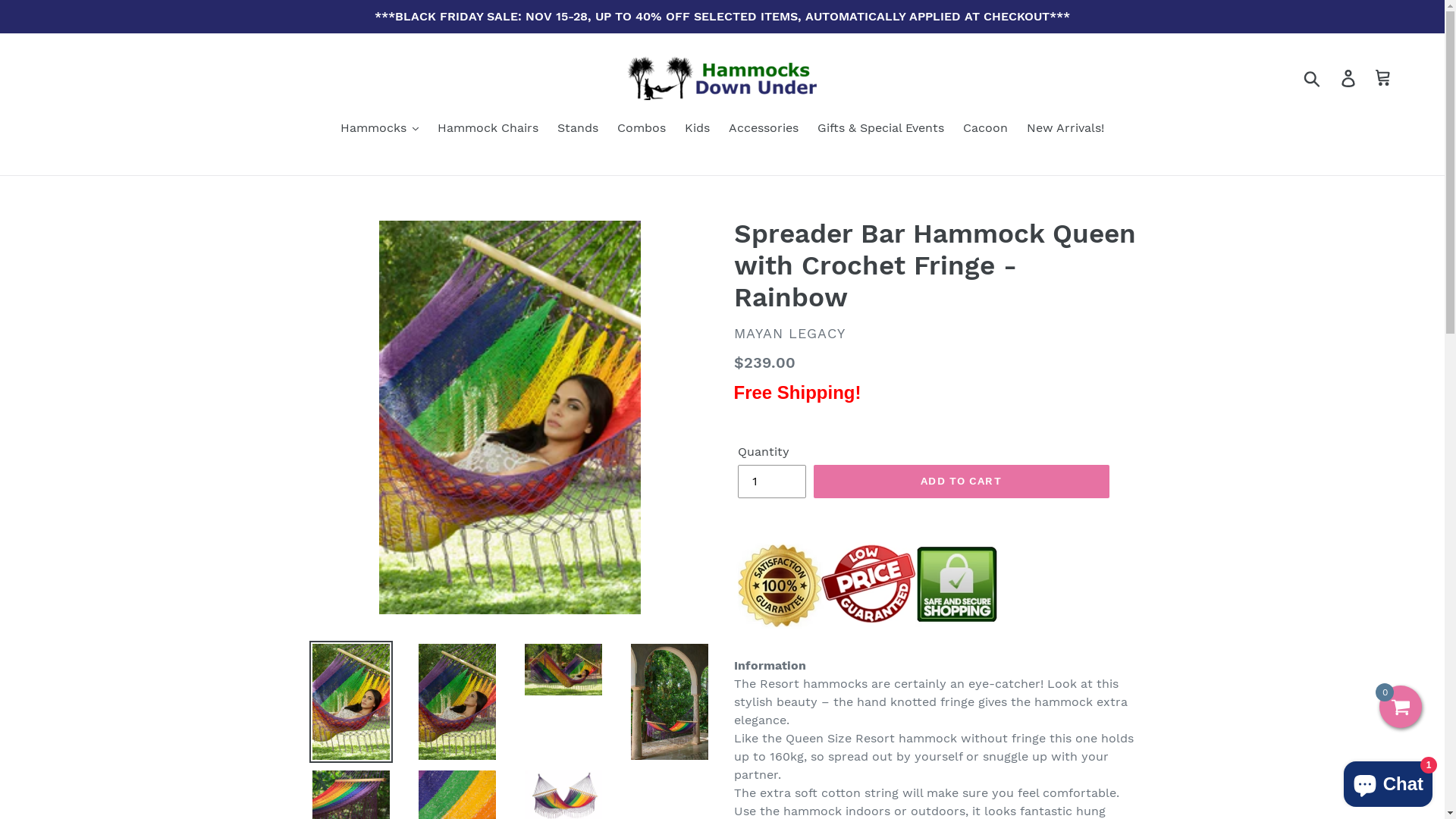 The width and height of the screenshot is (1456, 819). What do you see at coordinates (1400, 707) in the screenshot?
I see `'0'` at bounding box center [1400, 707].